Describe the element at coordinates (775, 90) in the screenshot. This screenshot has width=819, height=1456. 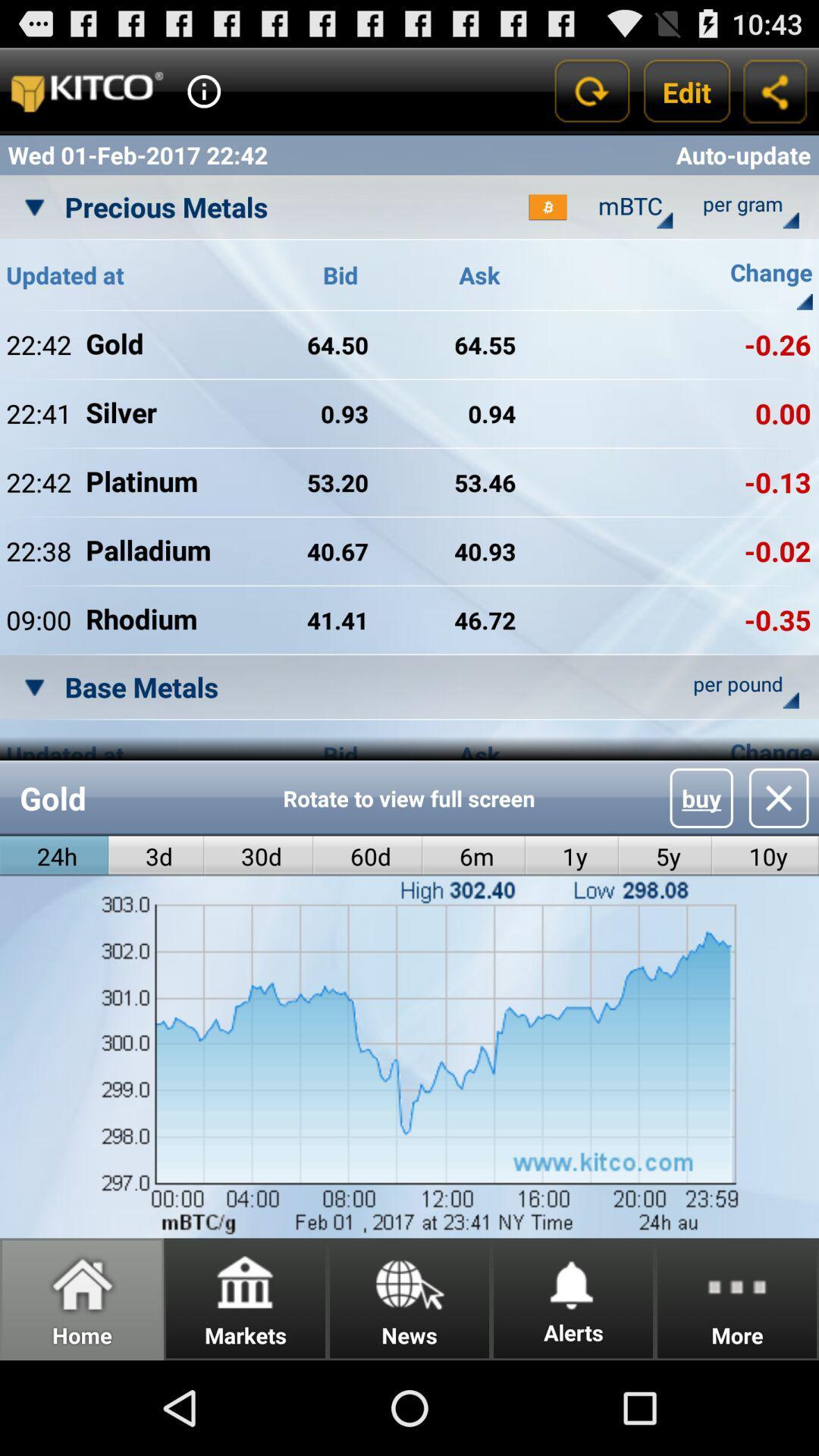
I see `share this page` at that location.